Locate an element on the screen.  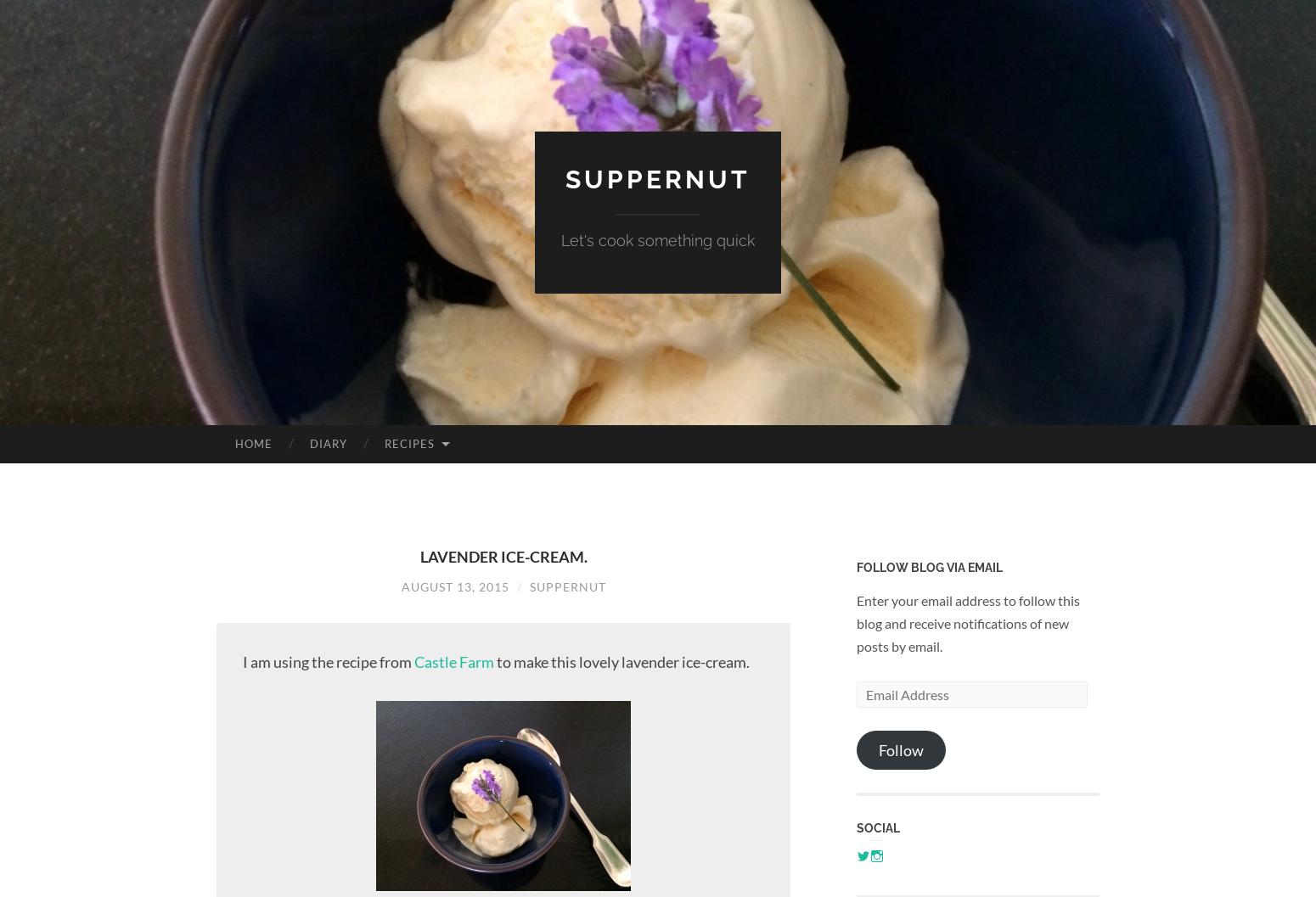
'August 13, 2015' is located at coordinates (399, 585).